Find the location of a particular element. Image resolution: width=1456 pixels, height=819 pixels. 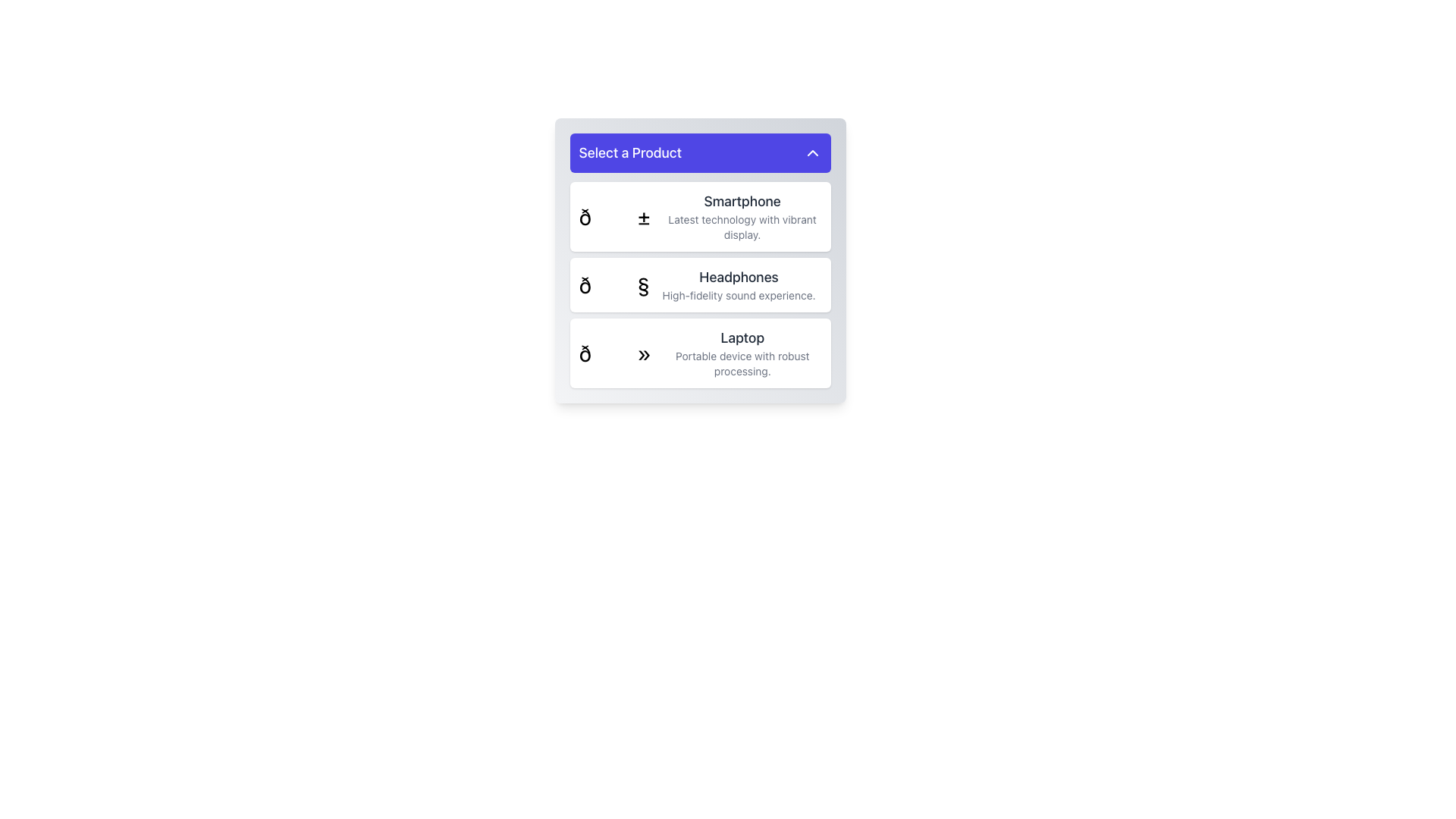

text label displaying 'Laptop' which is styled in a large font size and medium weight, located at the center of the third item in a vertical list structure is located at coordinates (742, 337).